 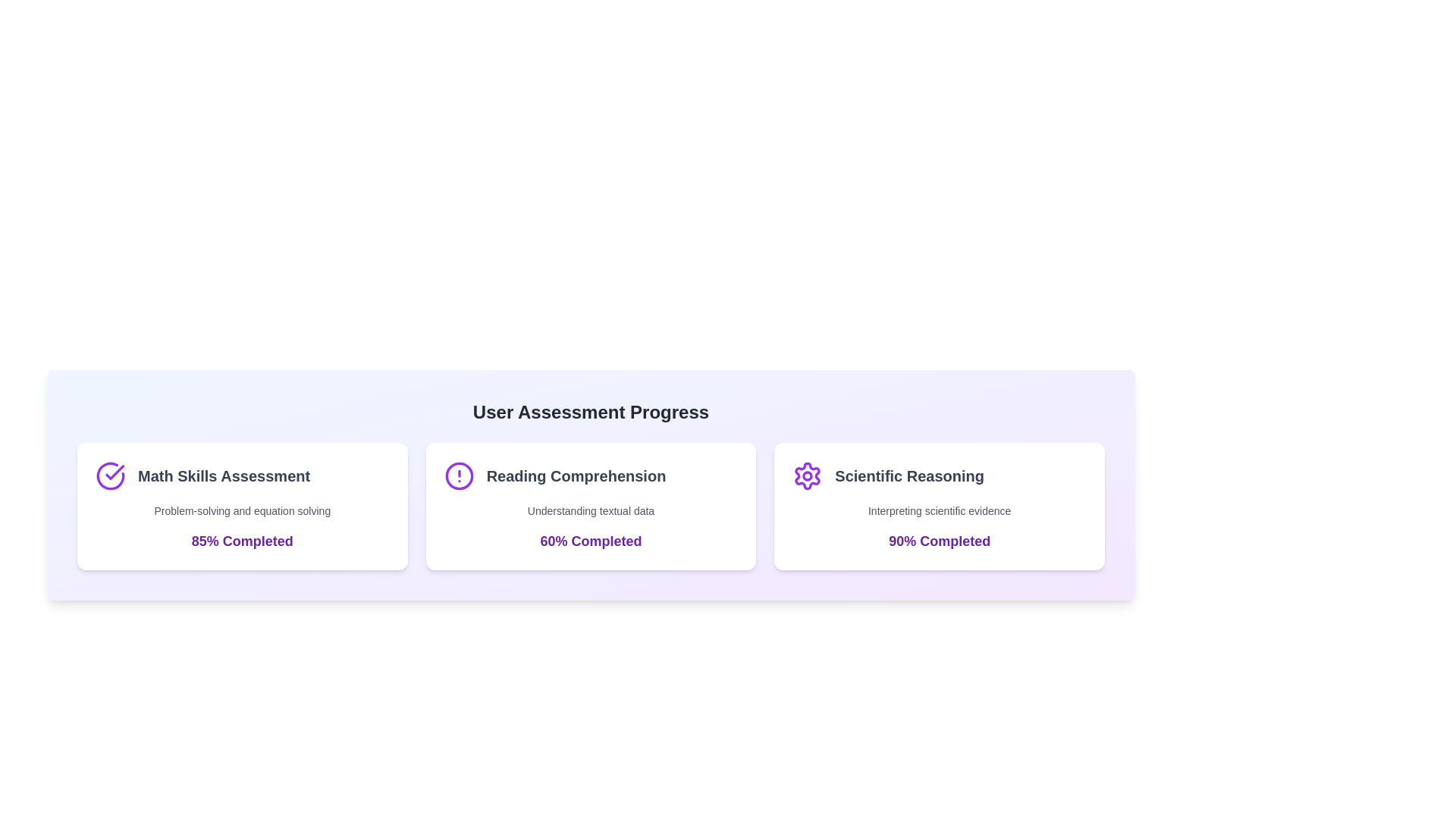 I want to click on the 'Scientific Reasoning' text label located at the top section of the card in the third column of the grid layout, so click(x=939, y=475).